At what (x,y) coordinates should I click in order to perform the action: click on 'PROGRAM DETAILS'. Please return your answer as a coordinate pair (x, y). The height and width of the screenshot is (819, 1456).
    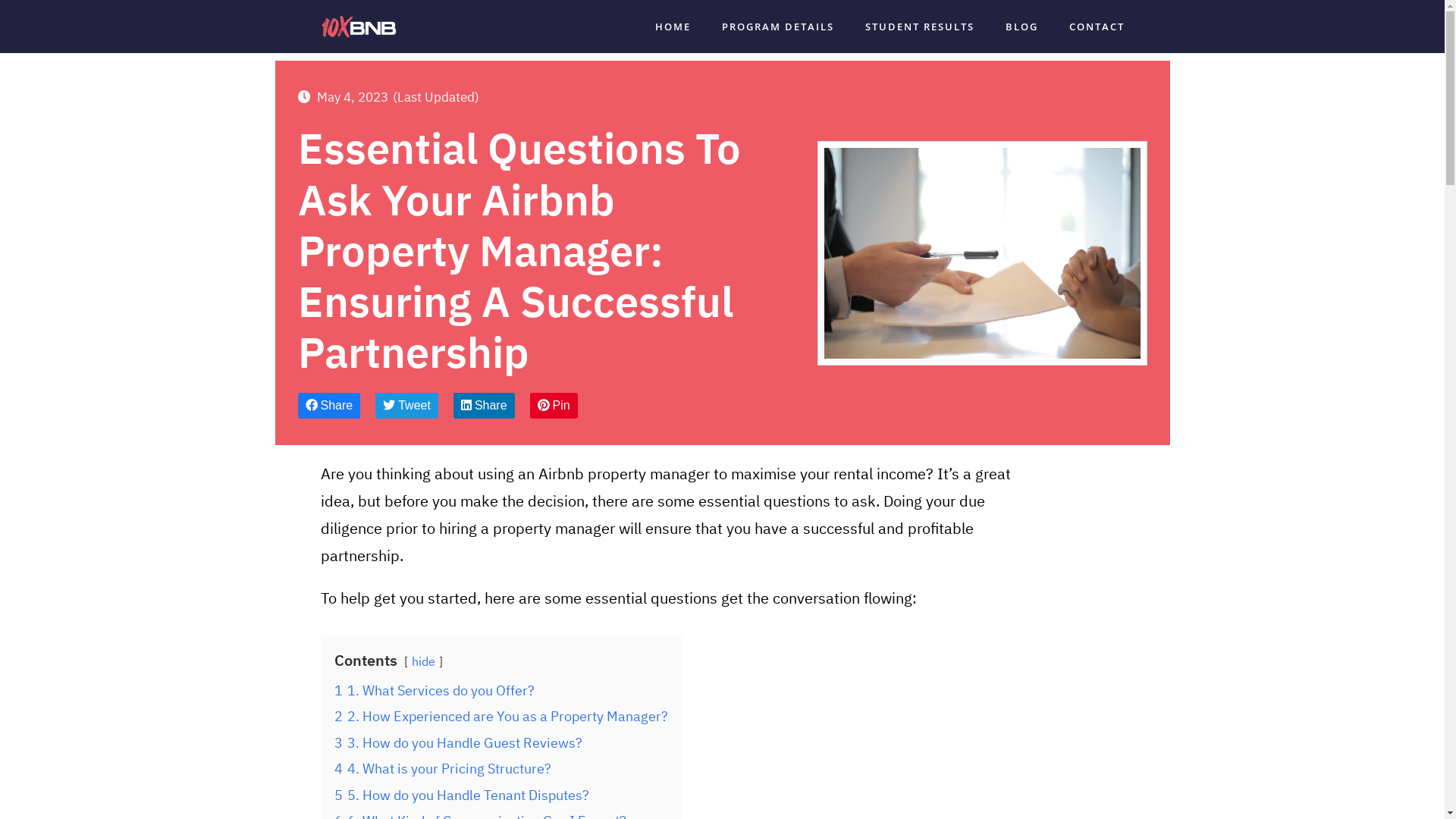
    Looking at the image, I should click on (778, 26).